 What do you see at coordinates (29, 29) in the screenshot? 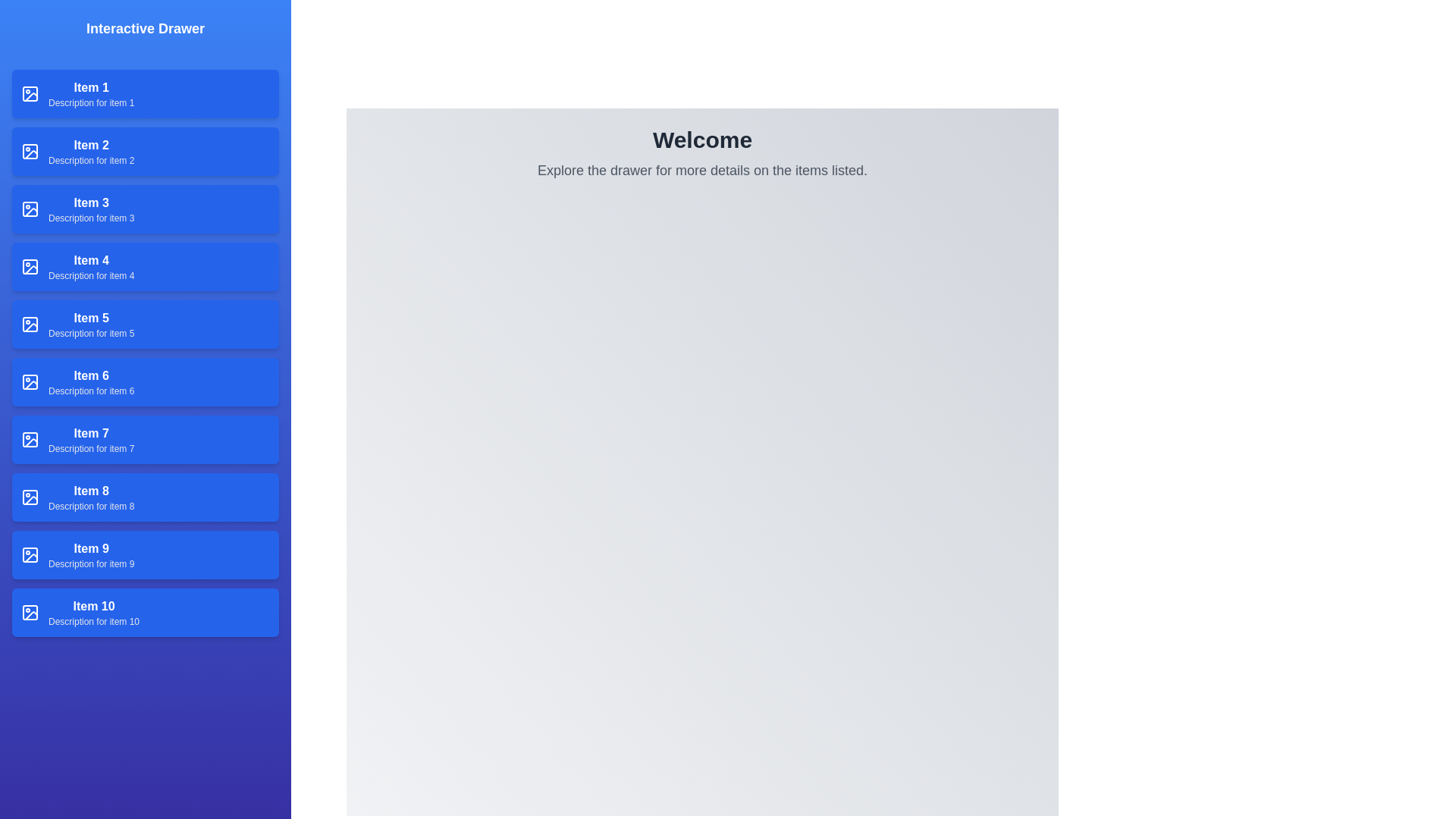
I see `button at the top-left corner to toggle the drawer open or closed` at bounding box center [29, 29].